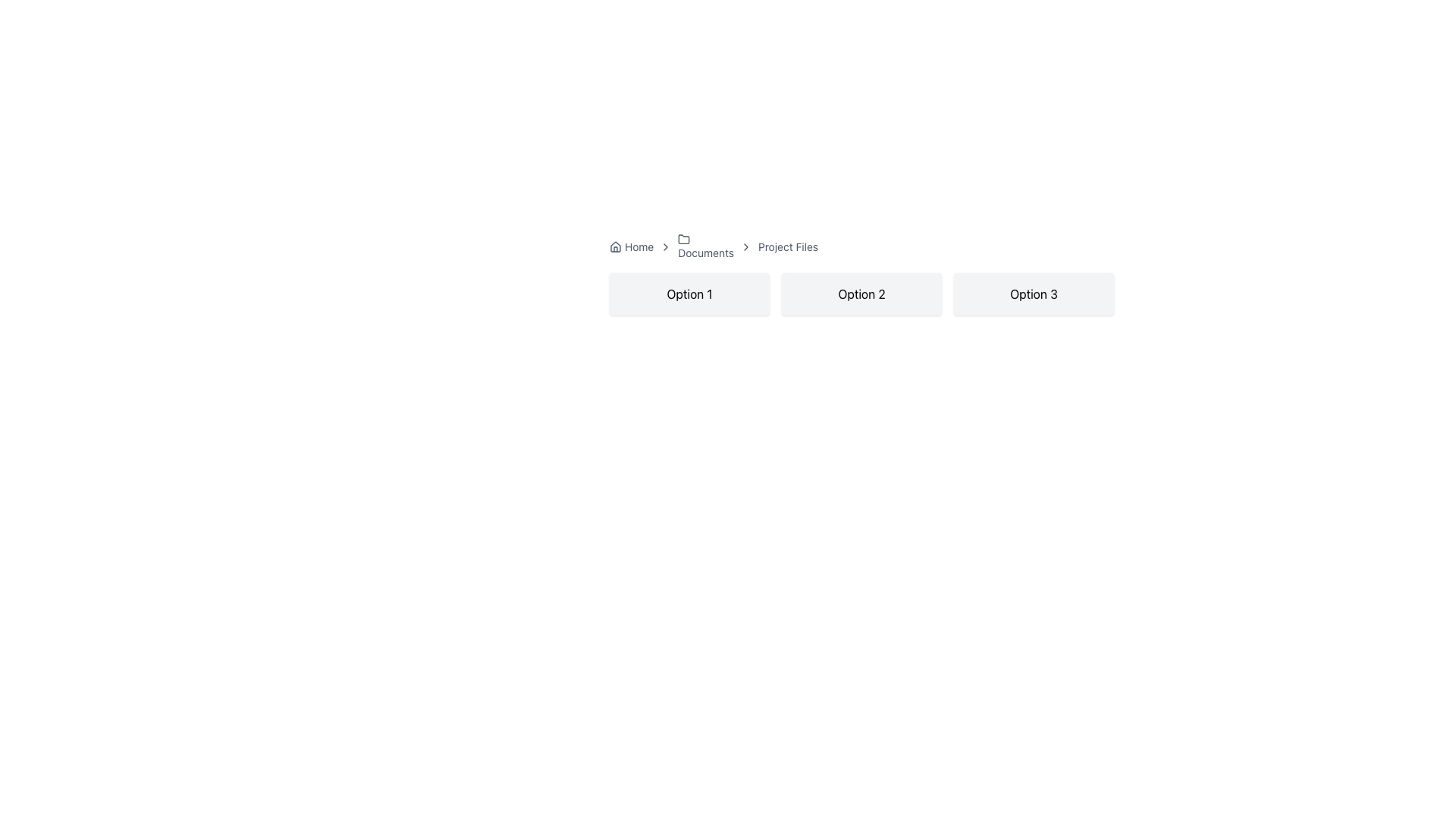 The image size is (1456, 819). I want to click on the house icon located on the far left of the breadcrumb navigation bar, which precedes the text 'Home', so click(615, 246).